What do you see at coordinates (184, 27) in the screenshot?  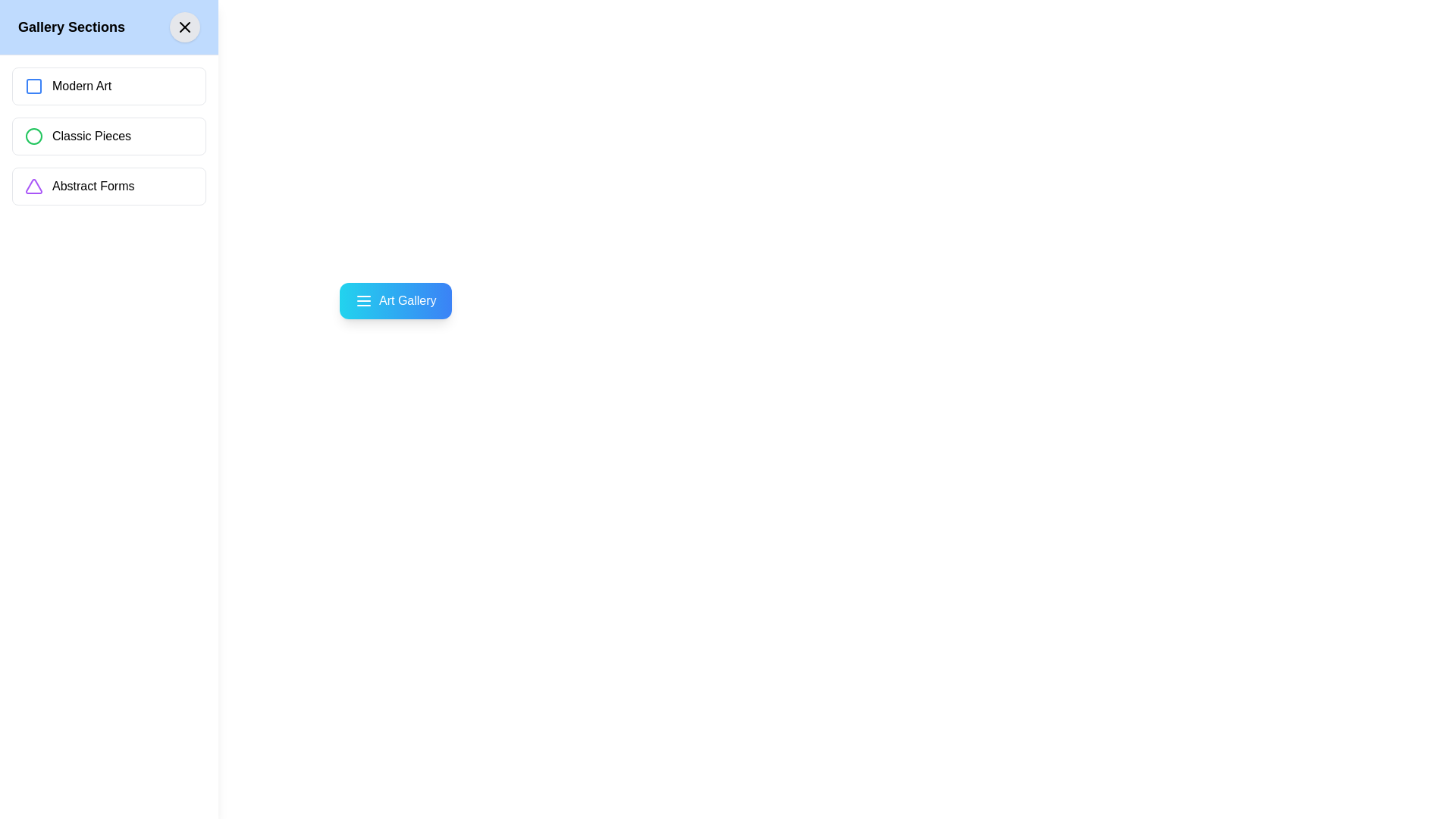 I see `the close button to close the drawer` at bounding box center [184, 27].